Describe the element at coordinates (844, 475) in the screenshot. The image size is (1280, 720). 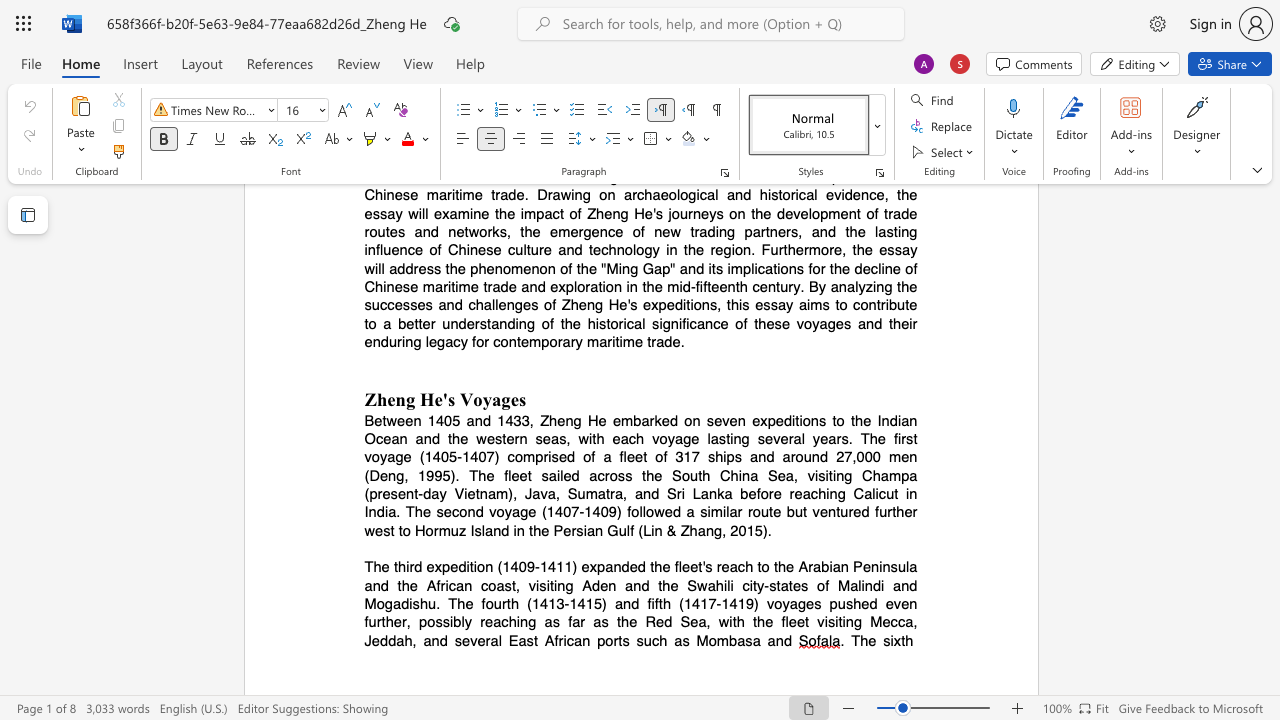
I see `the subset text "g Ch" within the text "of a fleet of 317 ships and around 27,000 men (Deng, 1995). The fleet sailed across the South China Sea, visiting Champa (present-day Vietnam), Java, Sumatra, and Sri Lanka before reaching"` at that location.